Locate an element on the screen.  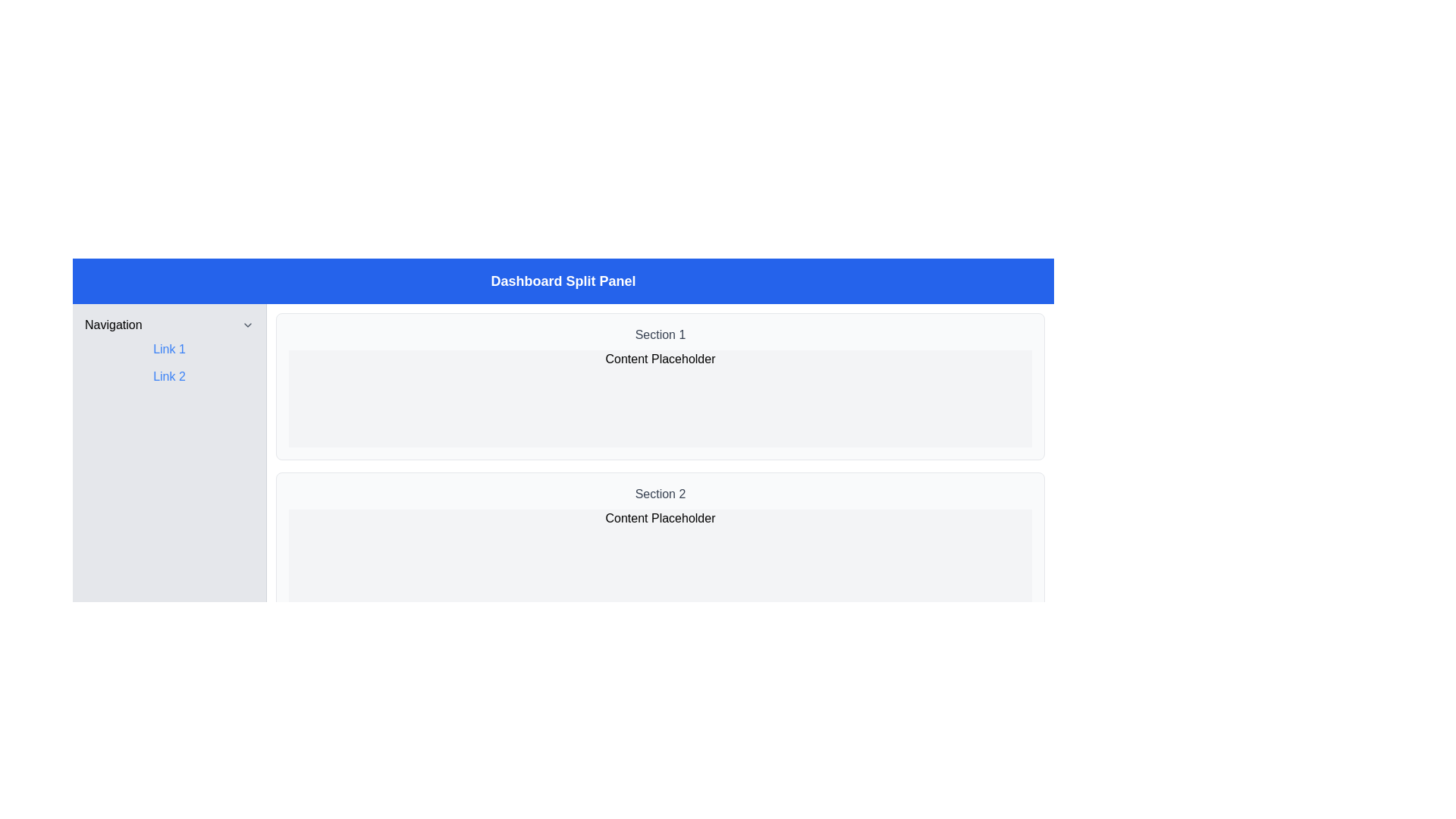
the section header text located above the 'Content Placeholder' in the lower section of the list is located at coordinates (660, 494).